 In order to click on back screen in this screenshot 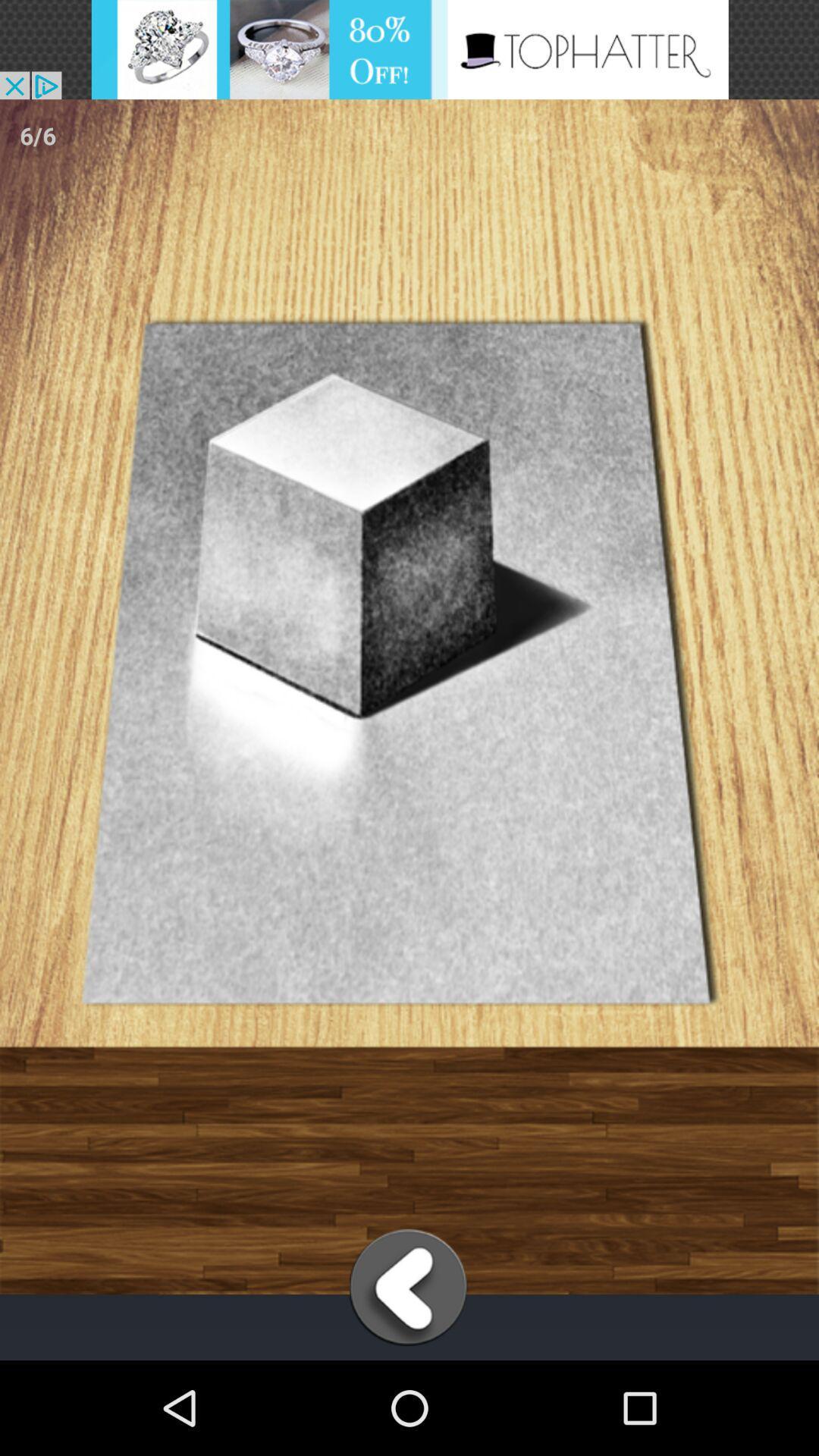, I will do `click(409, 1288)`.